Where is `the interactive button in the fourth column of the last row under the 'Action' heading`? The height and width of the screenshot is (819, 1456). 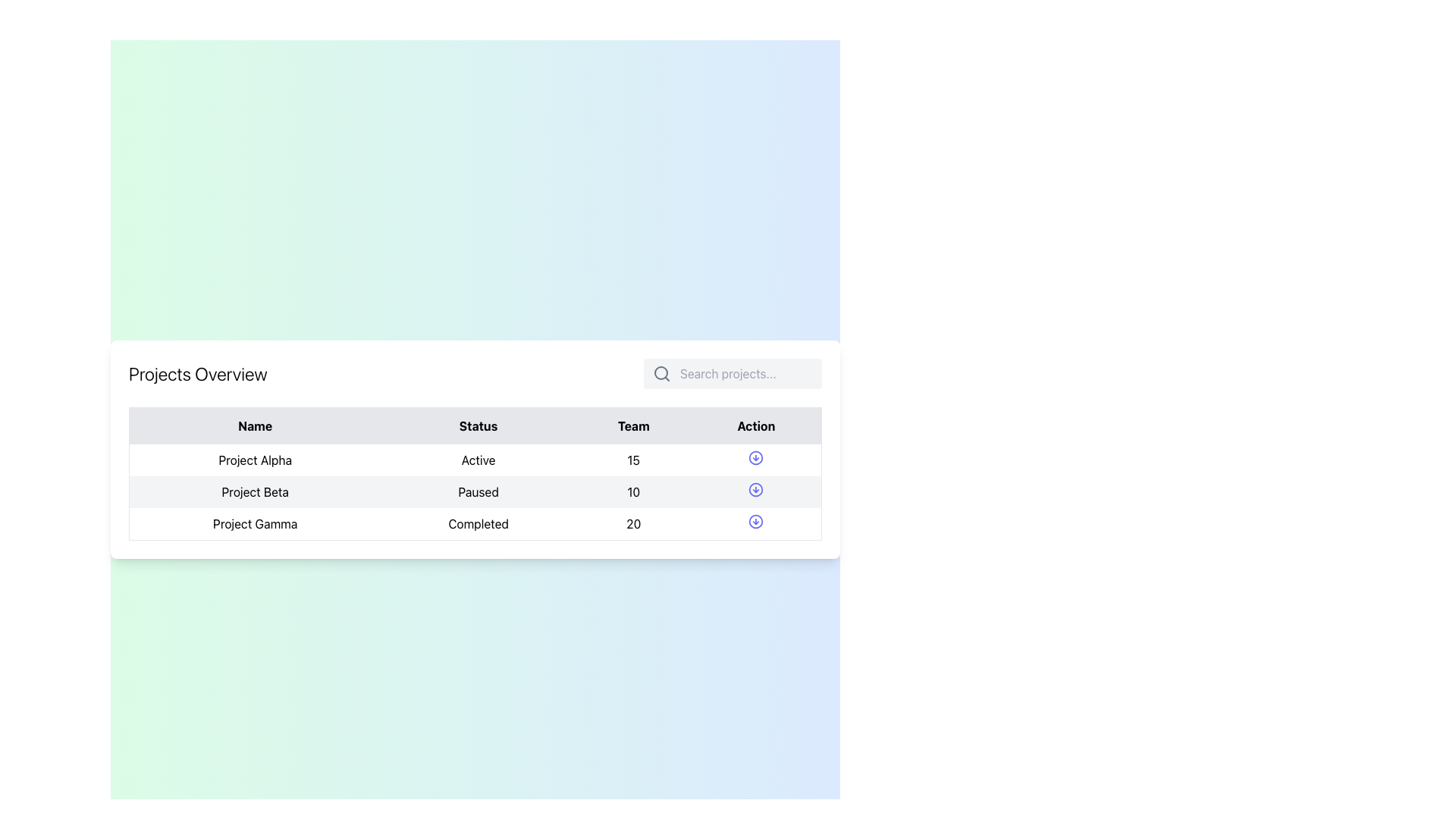
the interactive button in the fourth column of the last row under the 'Action' heading is located at coordinates (756, 523).